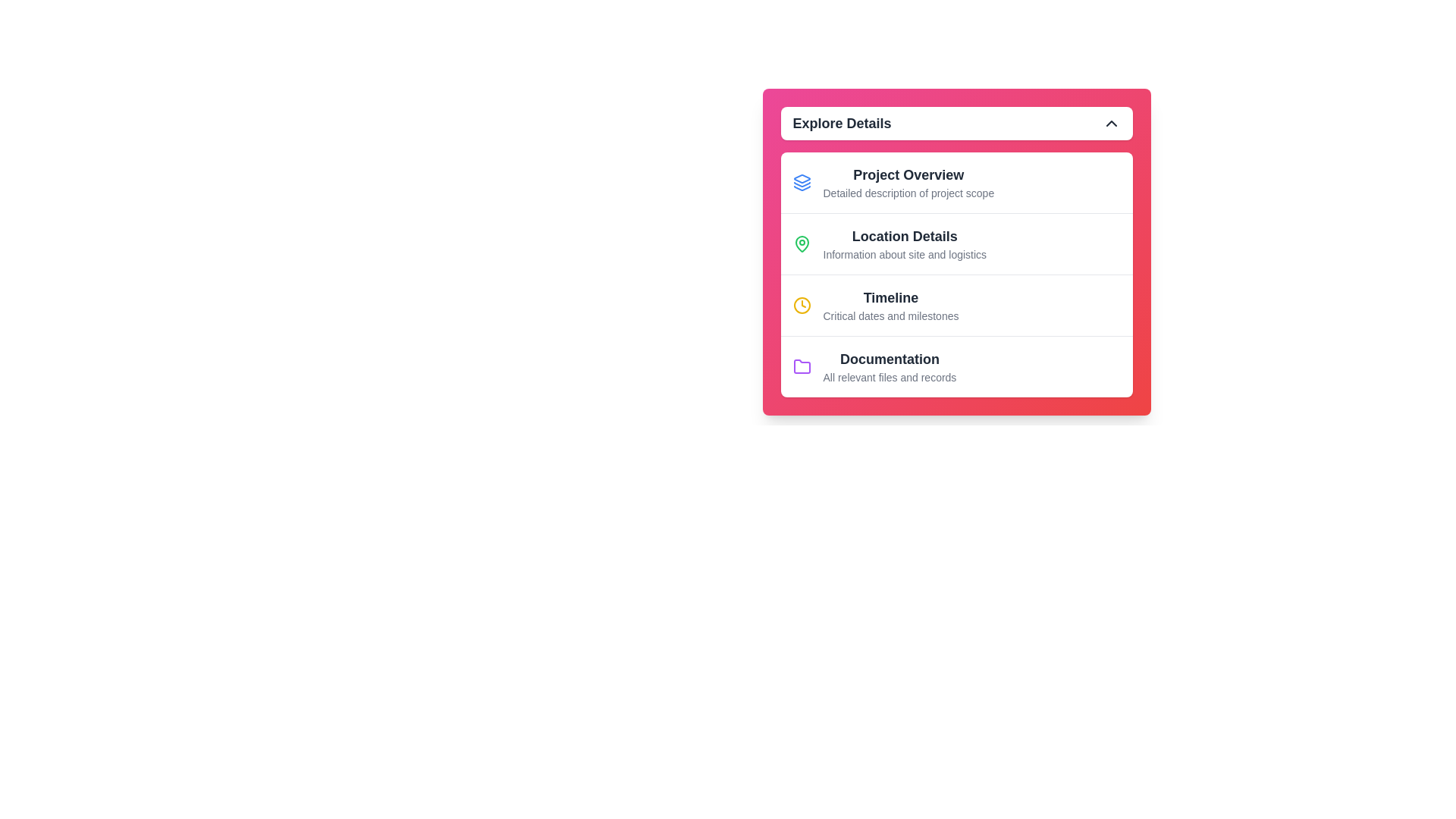 Image resolution: width=1456 pixels, height=819 pixels. What do you see at coordinates (908, 174) in the screenshot?
I see `text label that serves as the heading for the subsection in the 'Explore Details' card to understand its context` at bounding box center [908, 174].